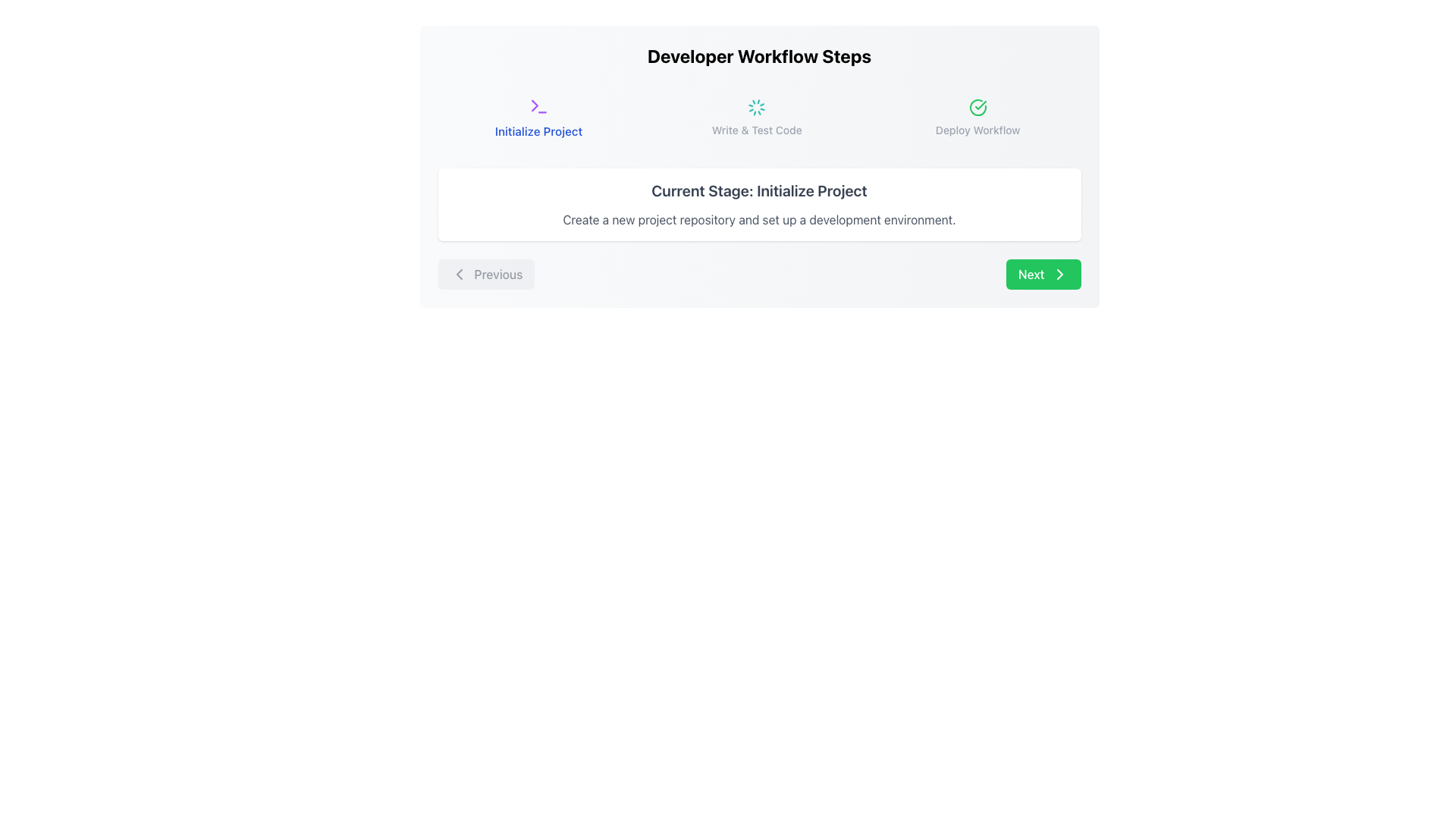  Describe the element at coordinates (538, 105) in the screenshot. I see `the 'Initialize Project' icon located at the top-left region of the 'Initialize Project' section, which is above the corresponding label` at that location.